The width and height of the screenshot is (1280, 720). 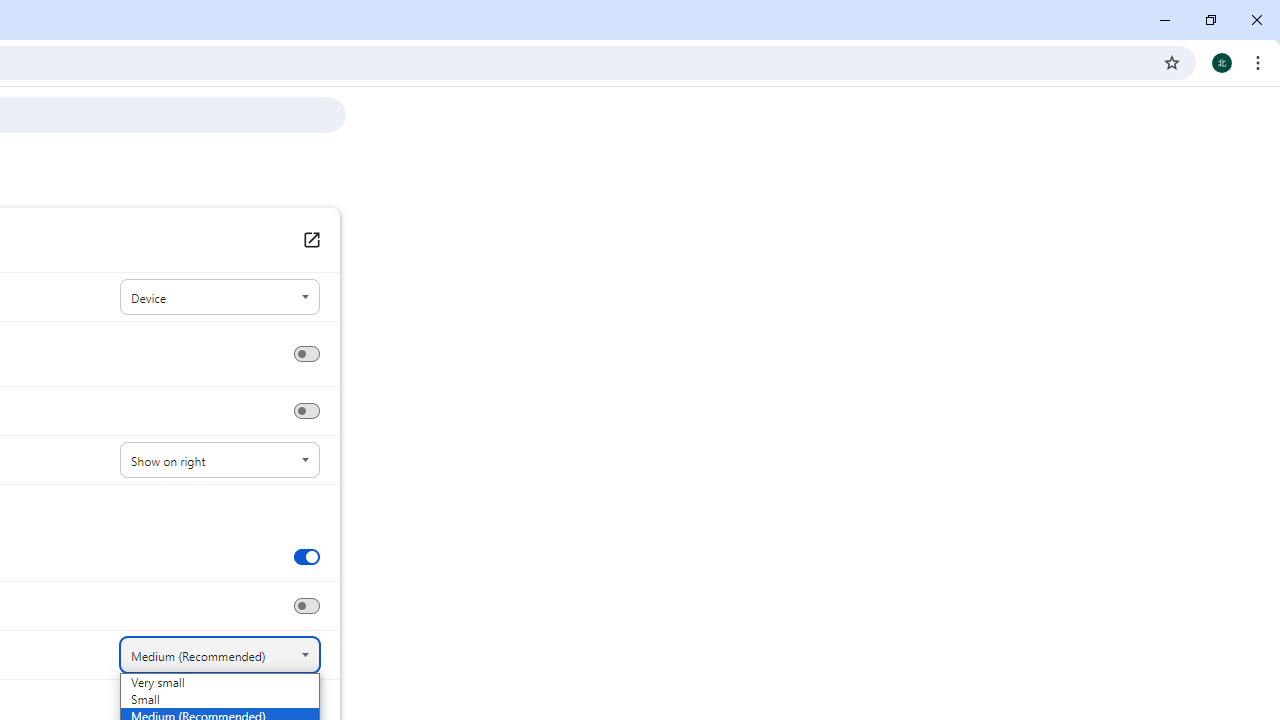 What do you see at coordinates (219, 655) in the screenshot?
I see `'Font size'` at bounding box center [219, 655].